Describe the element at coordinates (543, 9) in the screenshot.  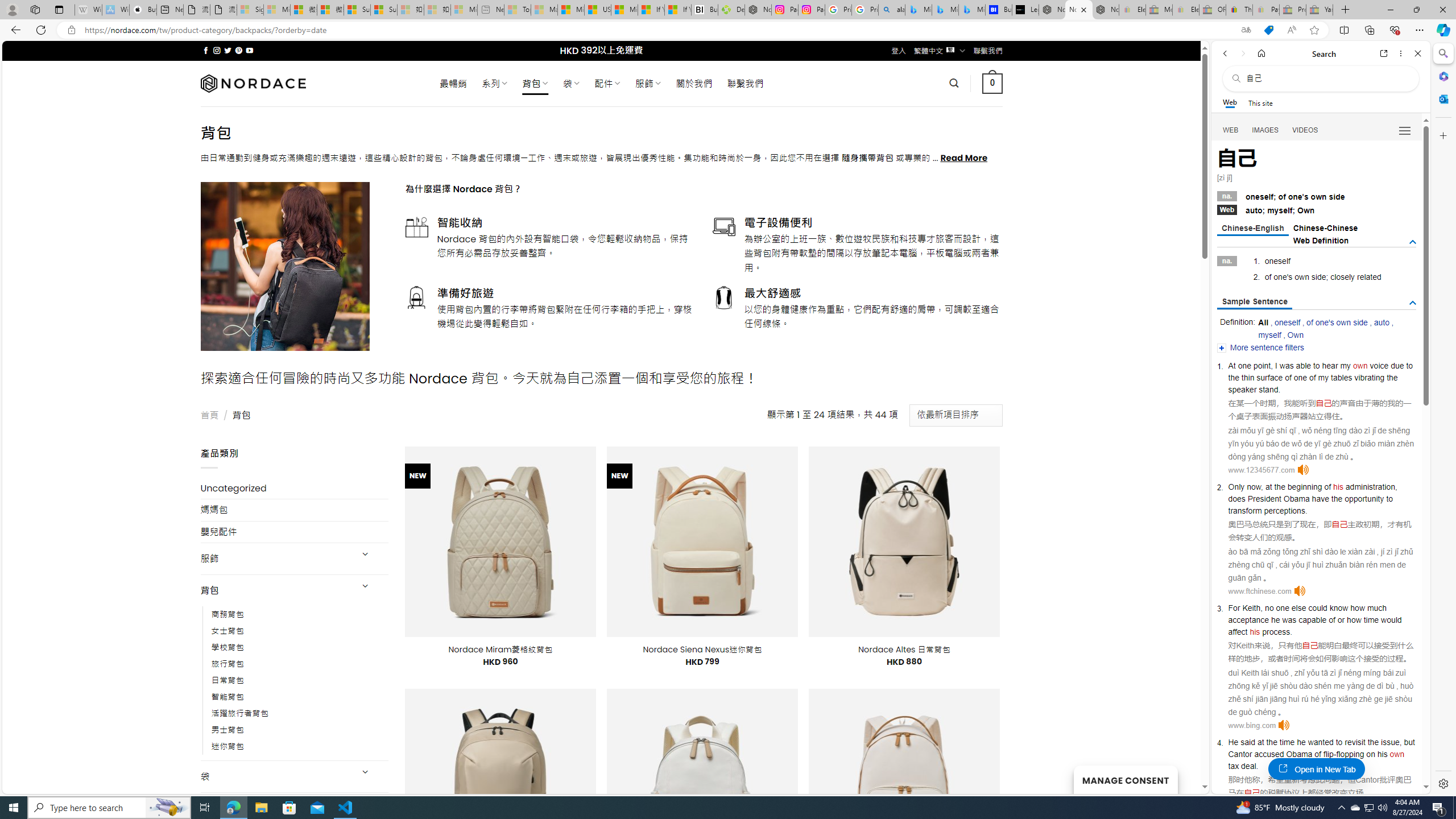
I see `'Marine life - MSN - Sleeping'` at that location.